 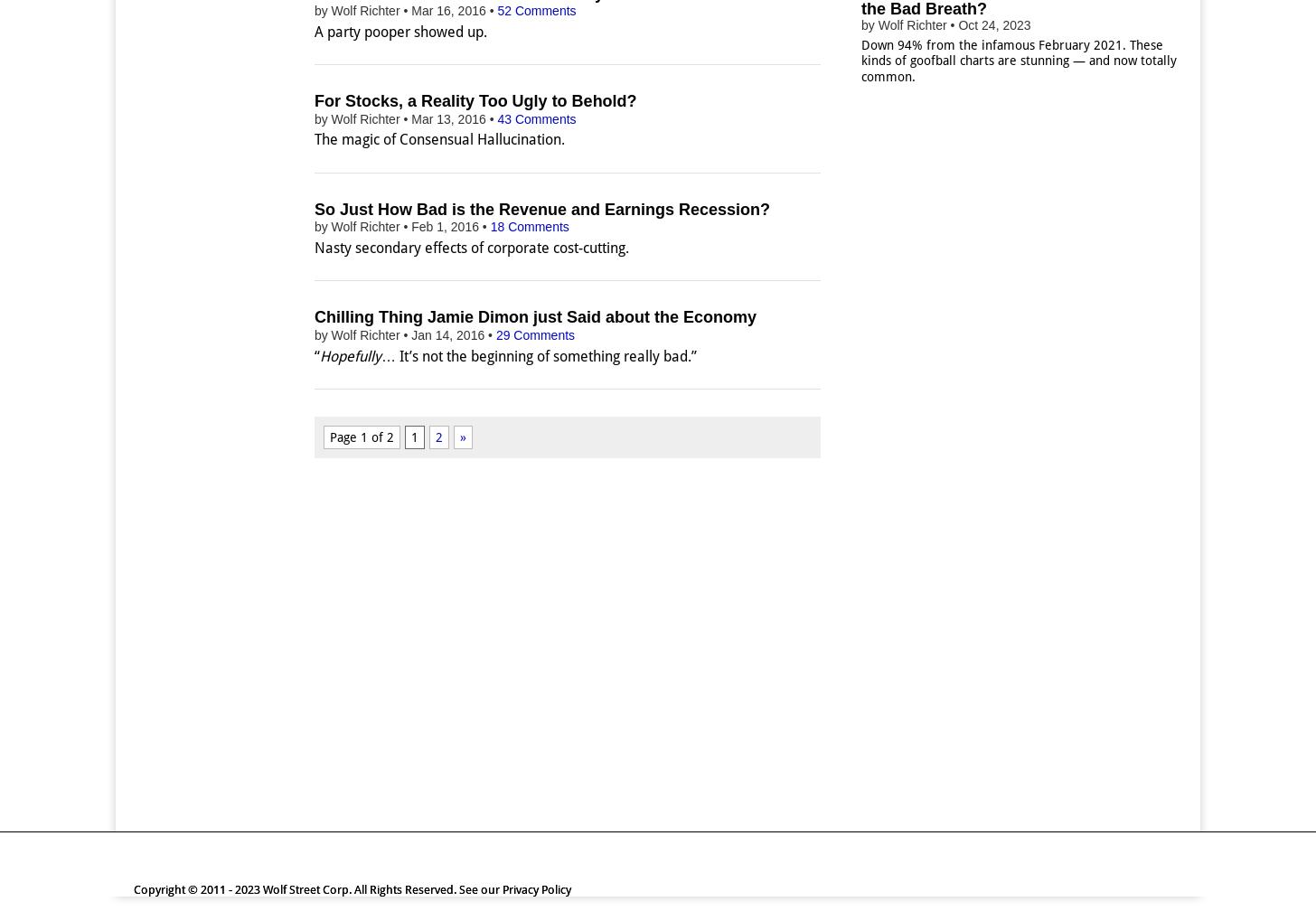 What do you see at coordinates (438, 139) in the screenshot?
I see `'The magic of Consensual Hallucination.'` at bounding box center [438, 139].